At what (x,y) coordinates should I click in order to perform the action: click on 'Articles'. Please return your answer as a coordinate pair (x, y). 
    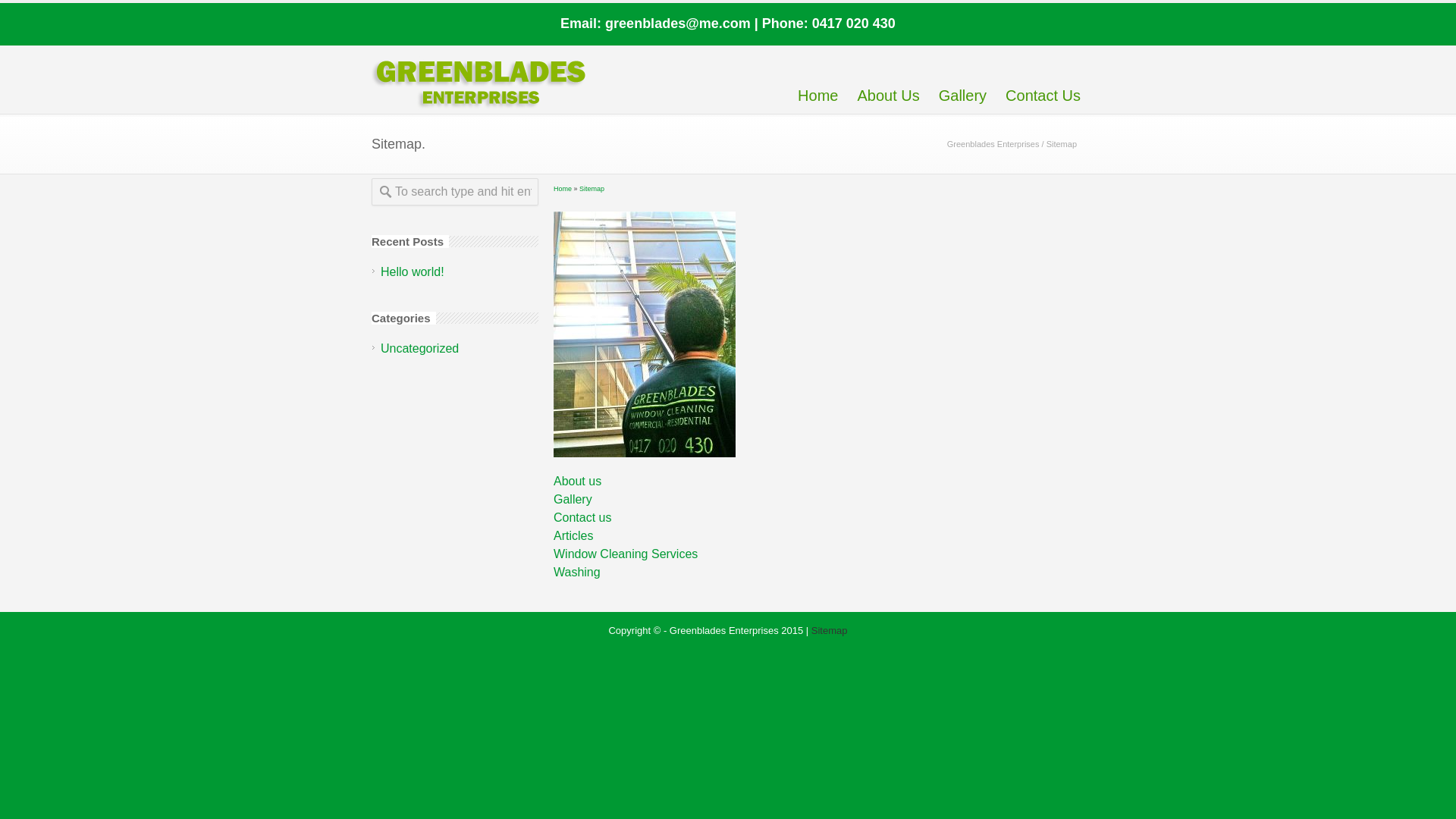
    Looking at the image, I should click on (572, 535).